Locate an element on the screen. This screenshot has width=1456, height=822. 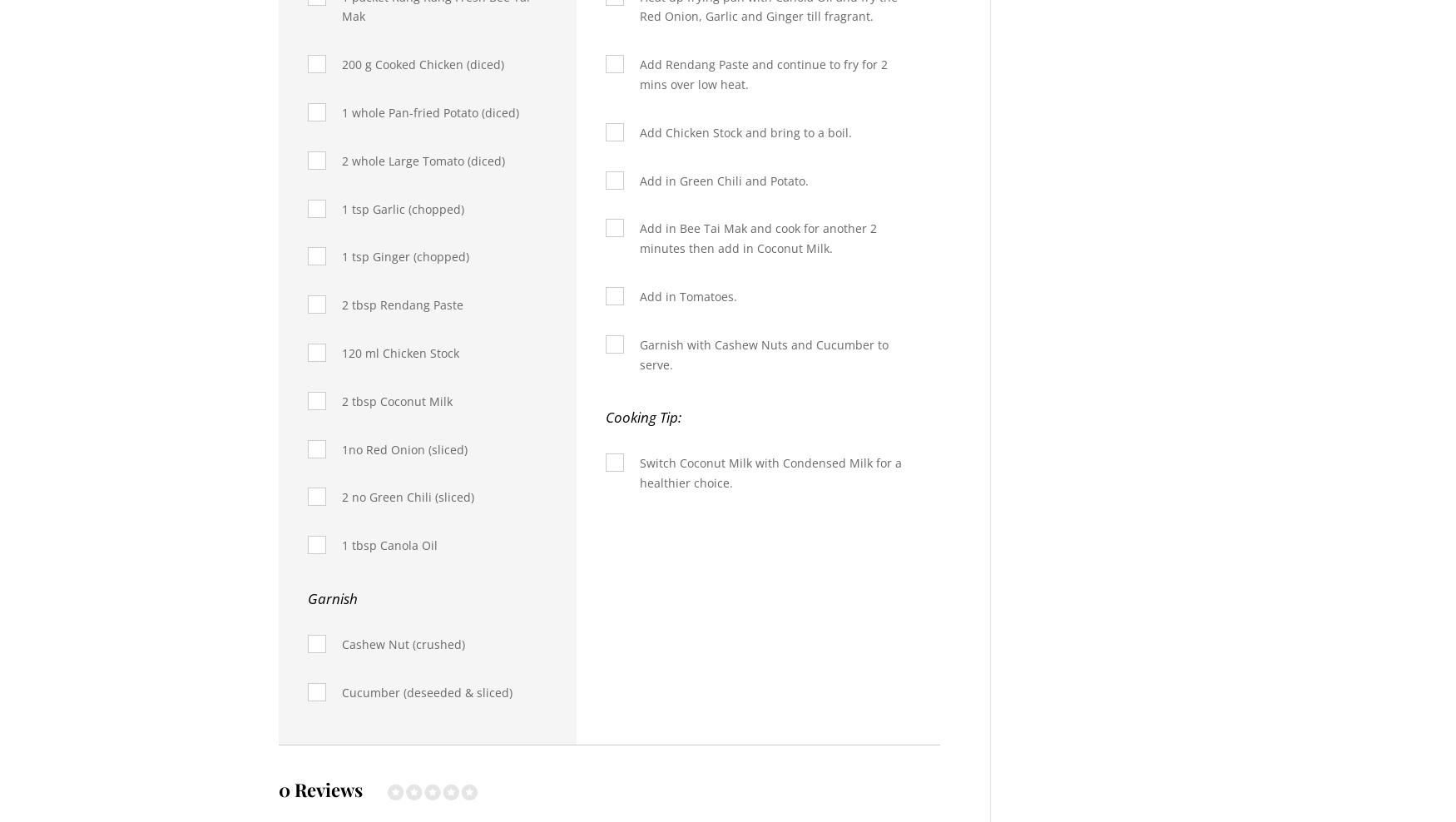
'Add Chicken Stock and bring to a boil.' is located at coordinates (744, 131).